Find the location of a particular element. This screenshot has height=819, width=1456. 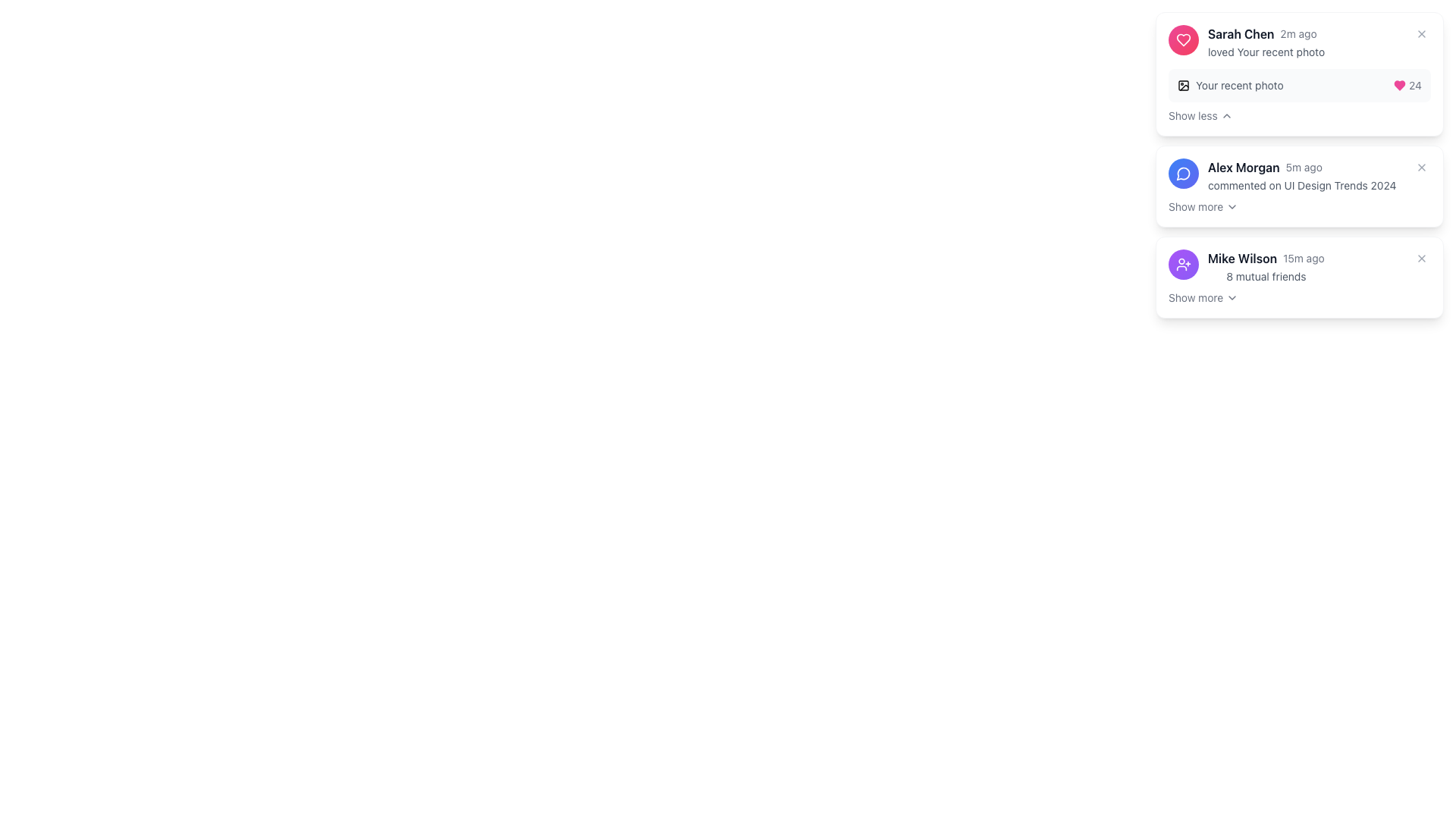

the text 'Your recent photo' in the Label with an icon that has a small gray photo icon, located near the top-left of the notification card for Sarah Chen is located at coordinates (1230, 85).